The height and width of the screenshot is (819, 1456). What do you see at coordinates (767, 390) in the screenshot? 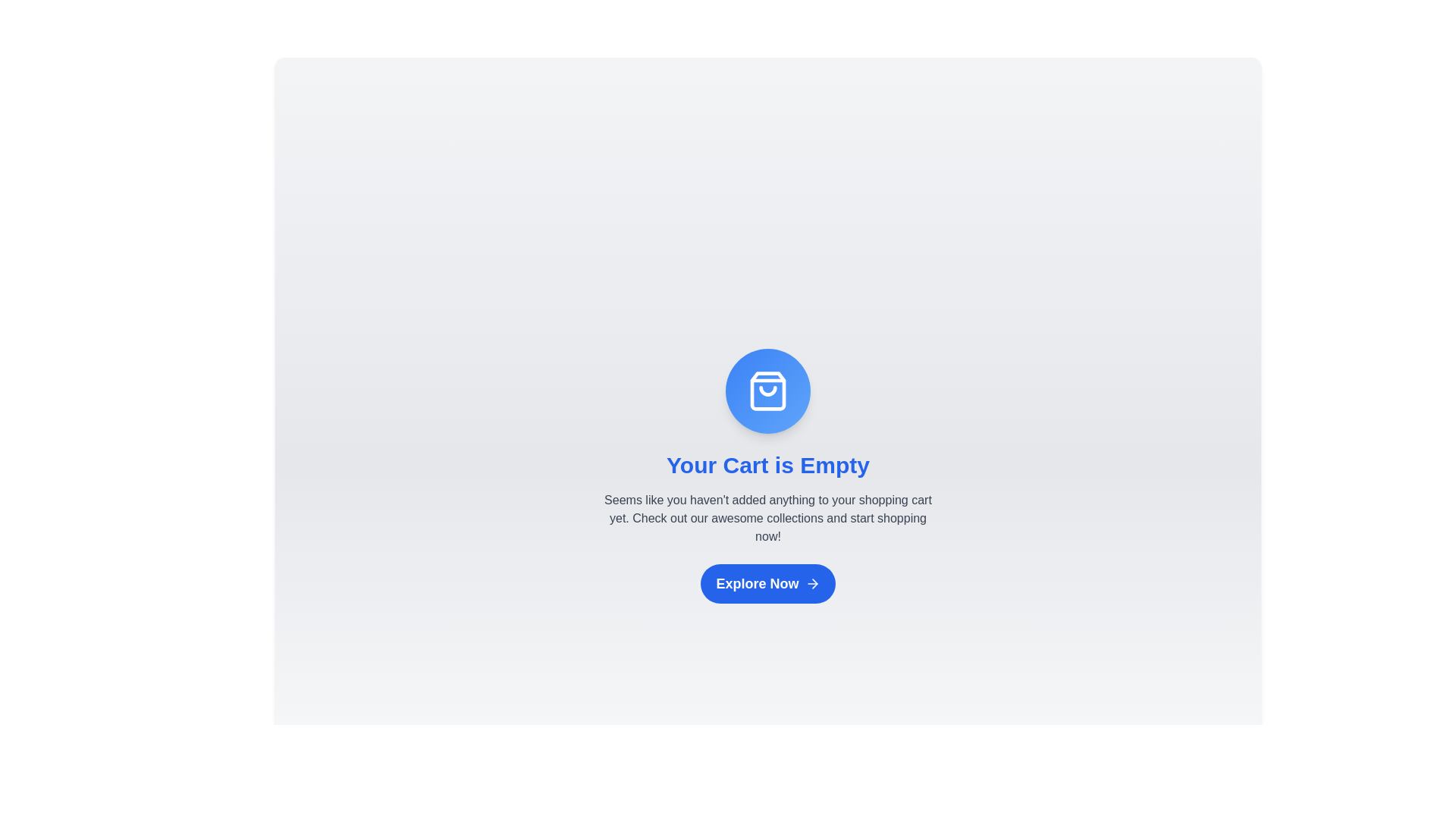
I see `the shopping cart icon located above the text 'Your Cart is Empty', which is represented by a circular icon with a bag and handle design` at bounding box center [767, 390].